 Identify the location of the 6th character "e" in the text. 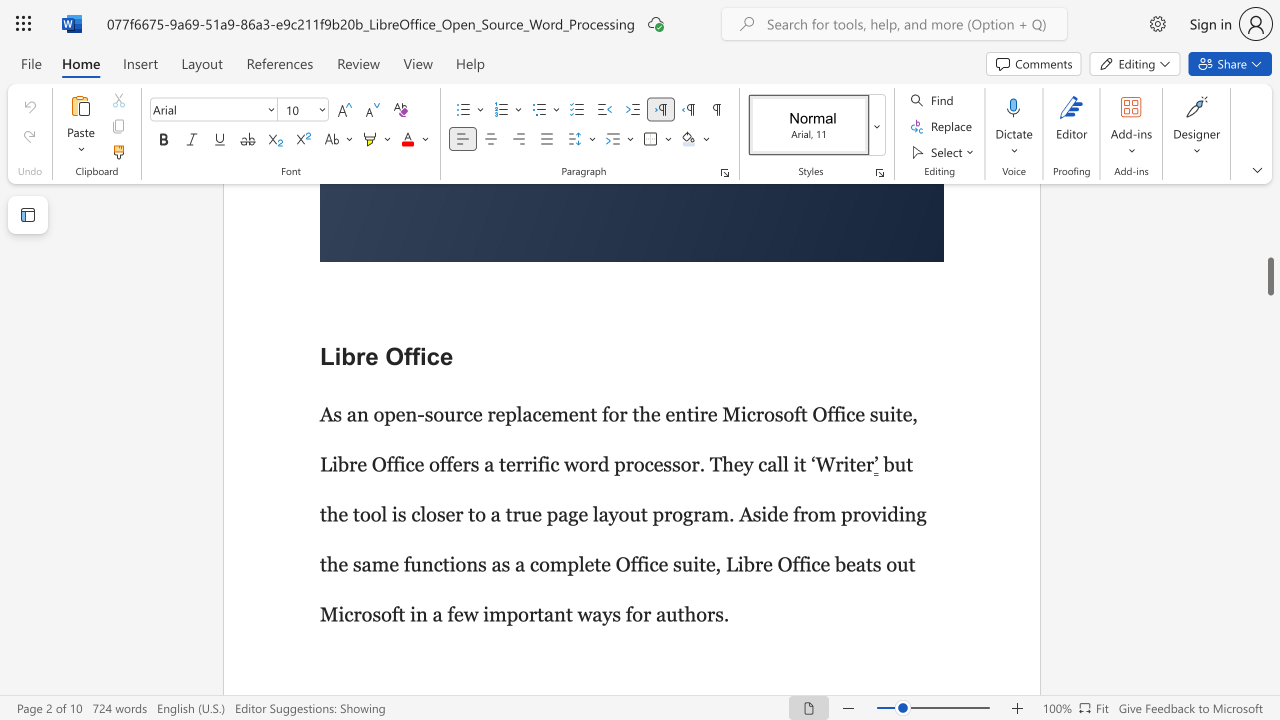
(343, 564).